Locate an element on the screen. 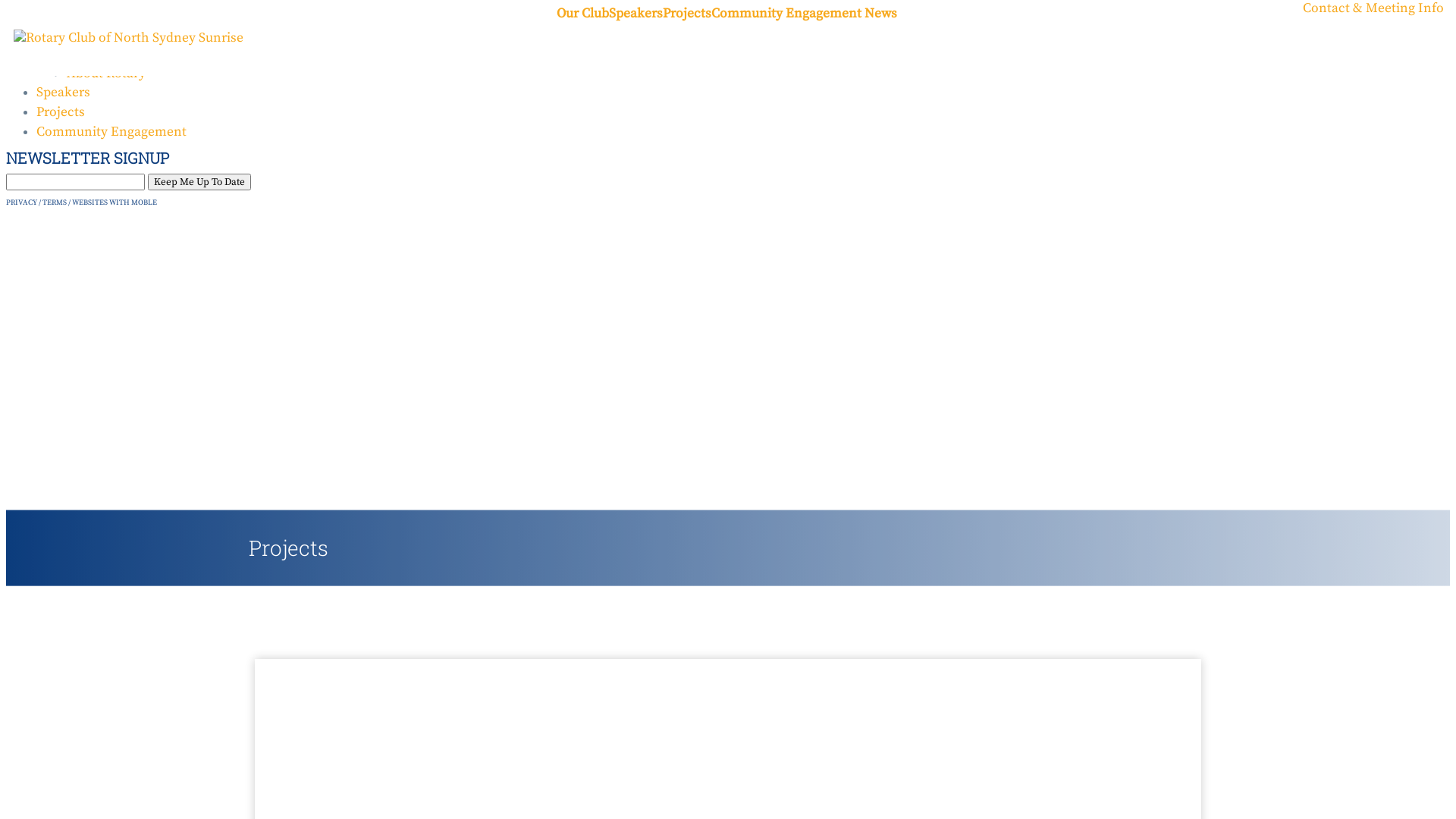 Image resolution: width=1456 pixels, height=819 pixels. 'Contact & Meeting Info' is located at coordinates (1373, 8).